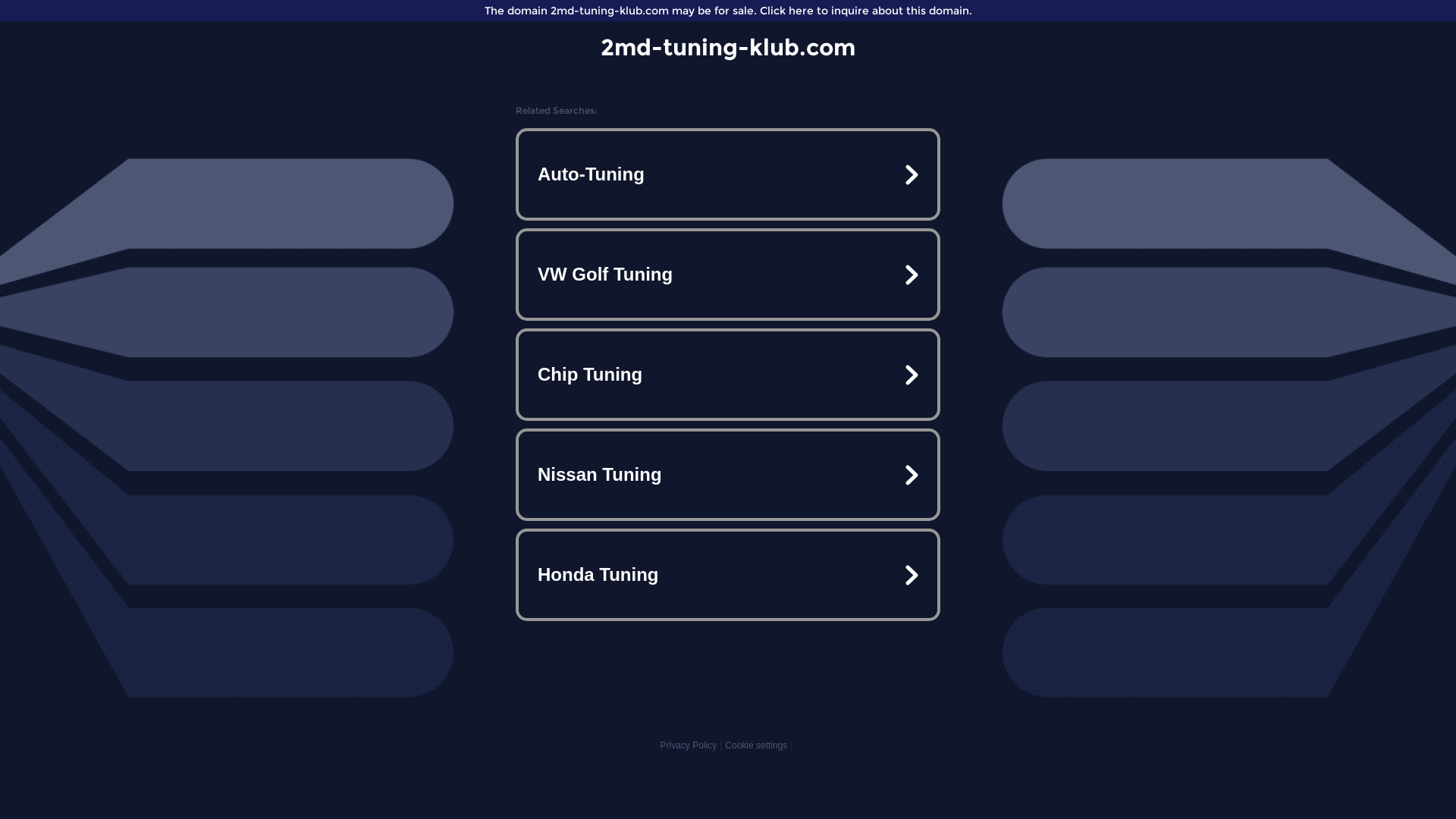 The image size is (1456, 819). Describe the element at coordinates (728, 174) in the screenshot. I see `'Auto-Tuning'` at that location.